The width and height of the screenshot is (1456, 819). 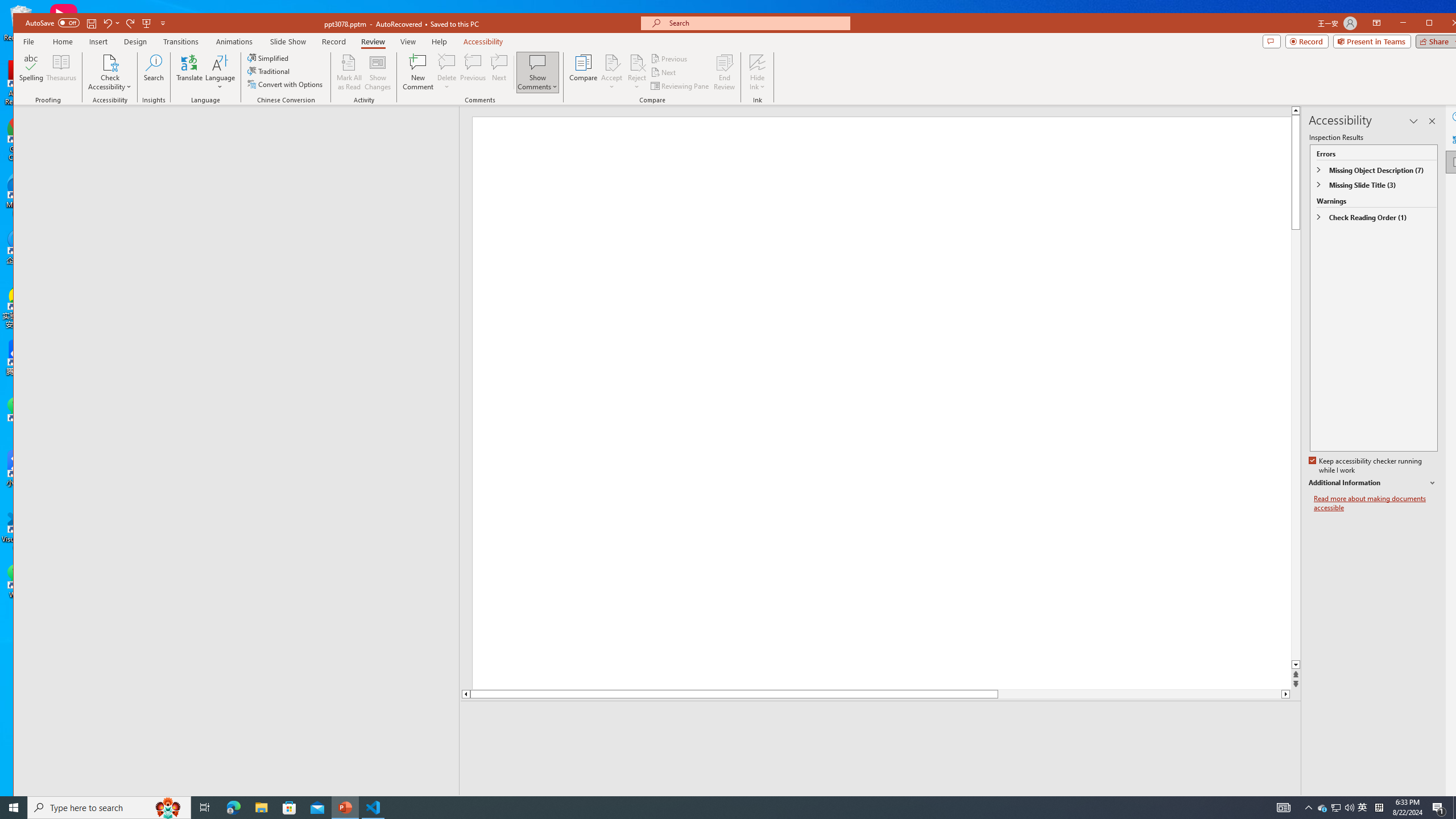 I want to click on 'Zoom 172%', so click(x=1449, y=802).